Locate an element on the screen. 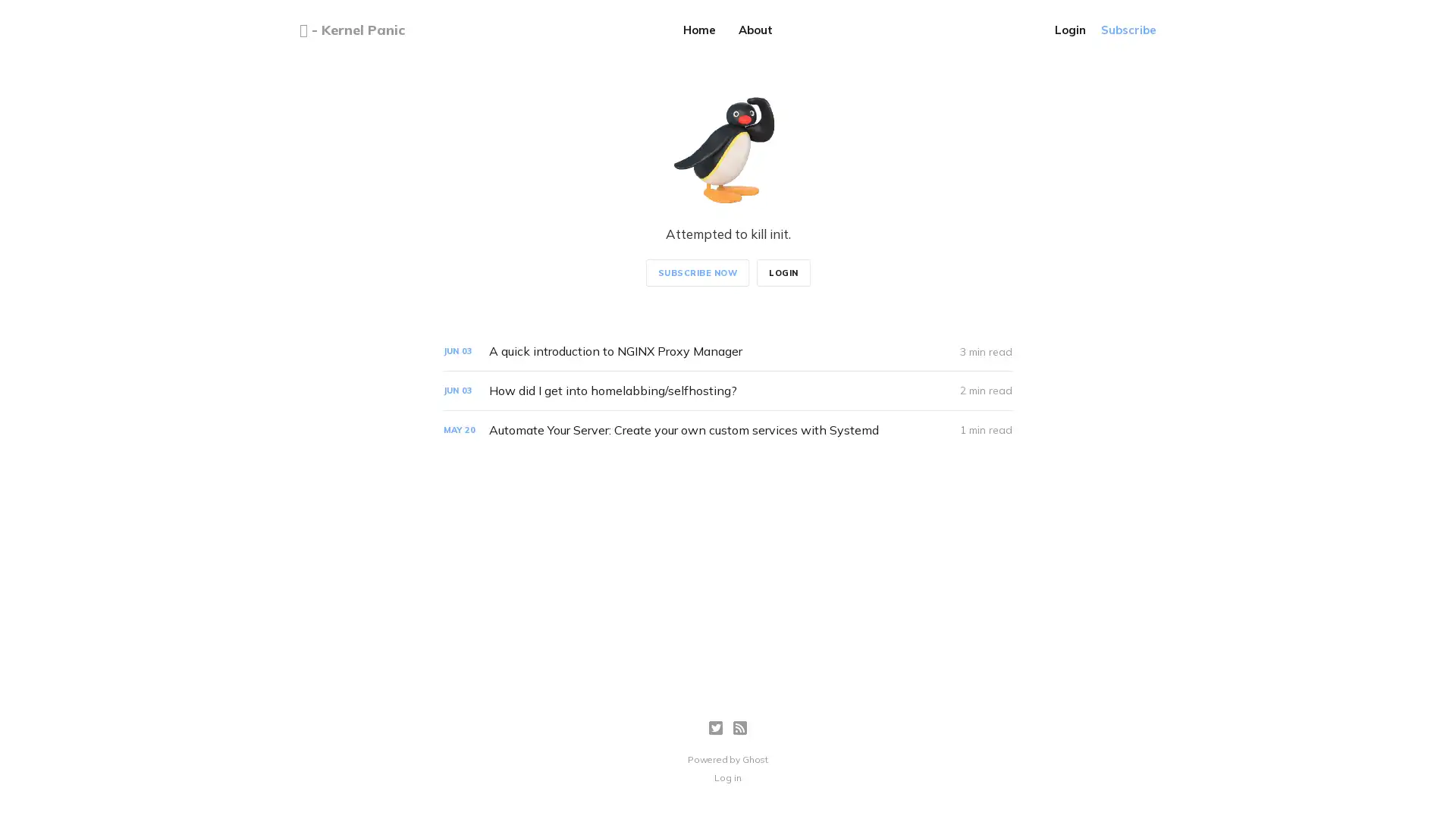 This screenshot has width=1456, height=819. SUBSCRIBE NOW is located at coordinates (696, 271).